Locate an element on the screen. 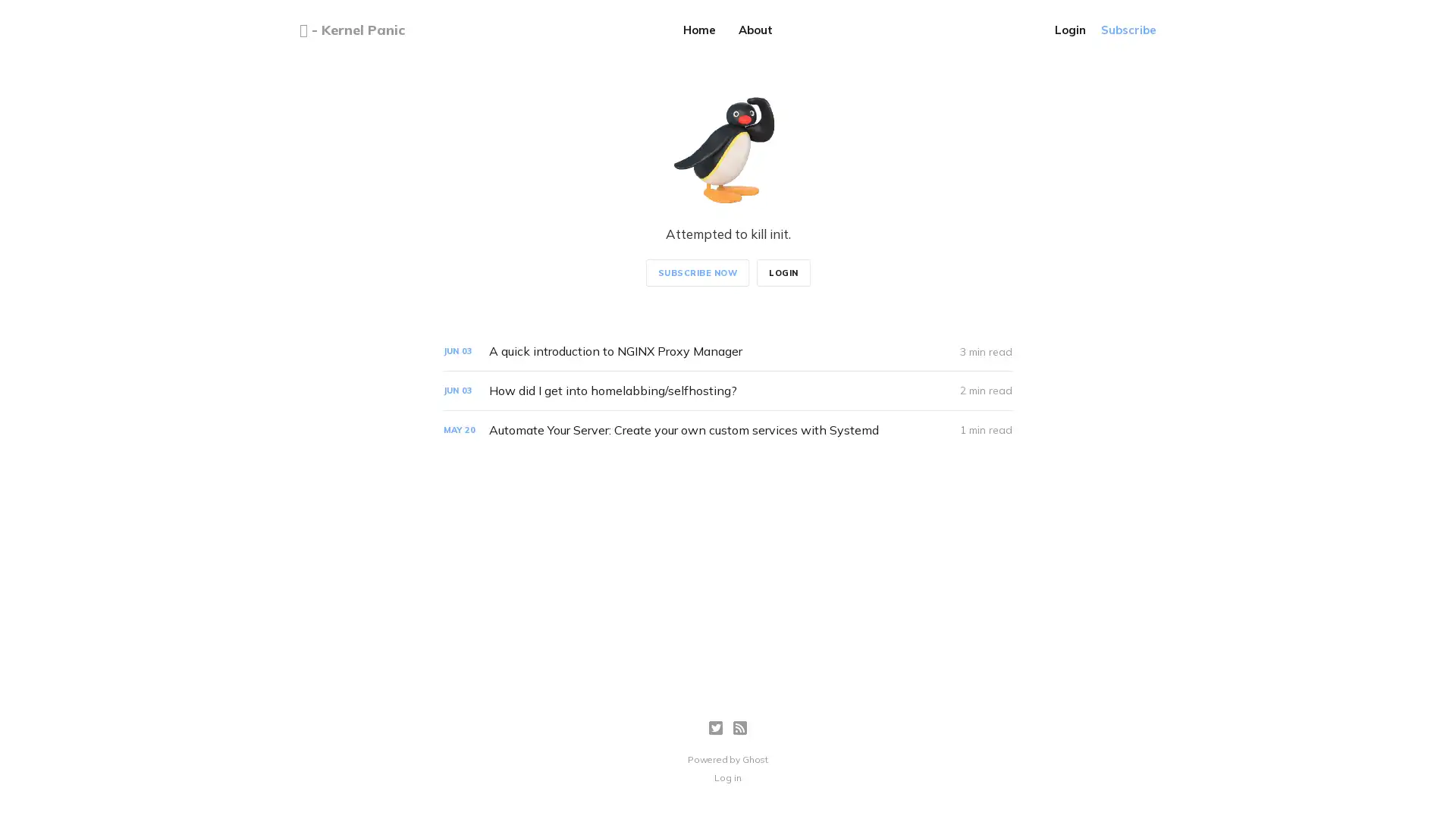 This screenshot has width=1456, height=819. SUBSCRIBE NOW is located at coordinates (696, 271).